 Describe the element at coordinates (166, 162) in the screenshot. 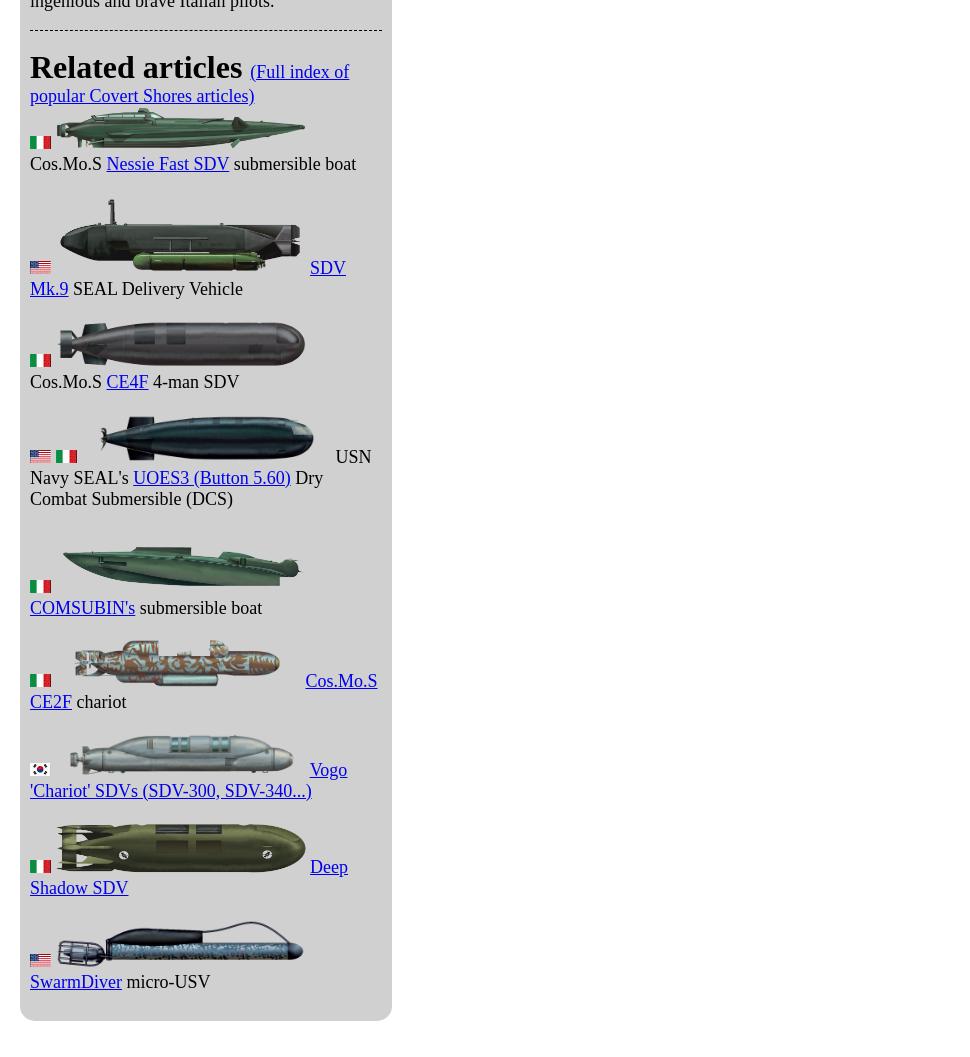

I see `'Nessie Fast SDV'` at that location.